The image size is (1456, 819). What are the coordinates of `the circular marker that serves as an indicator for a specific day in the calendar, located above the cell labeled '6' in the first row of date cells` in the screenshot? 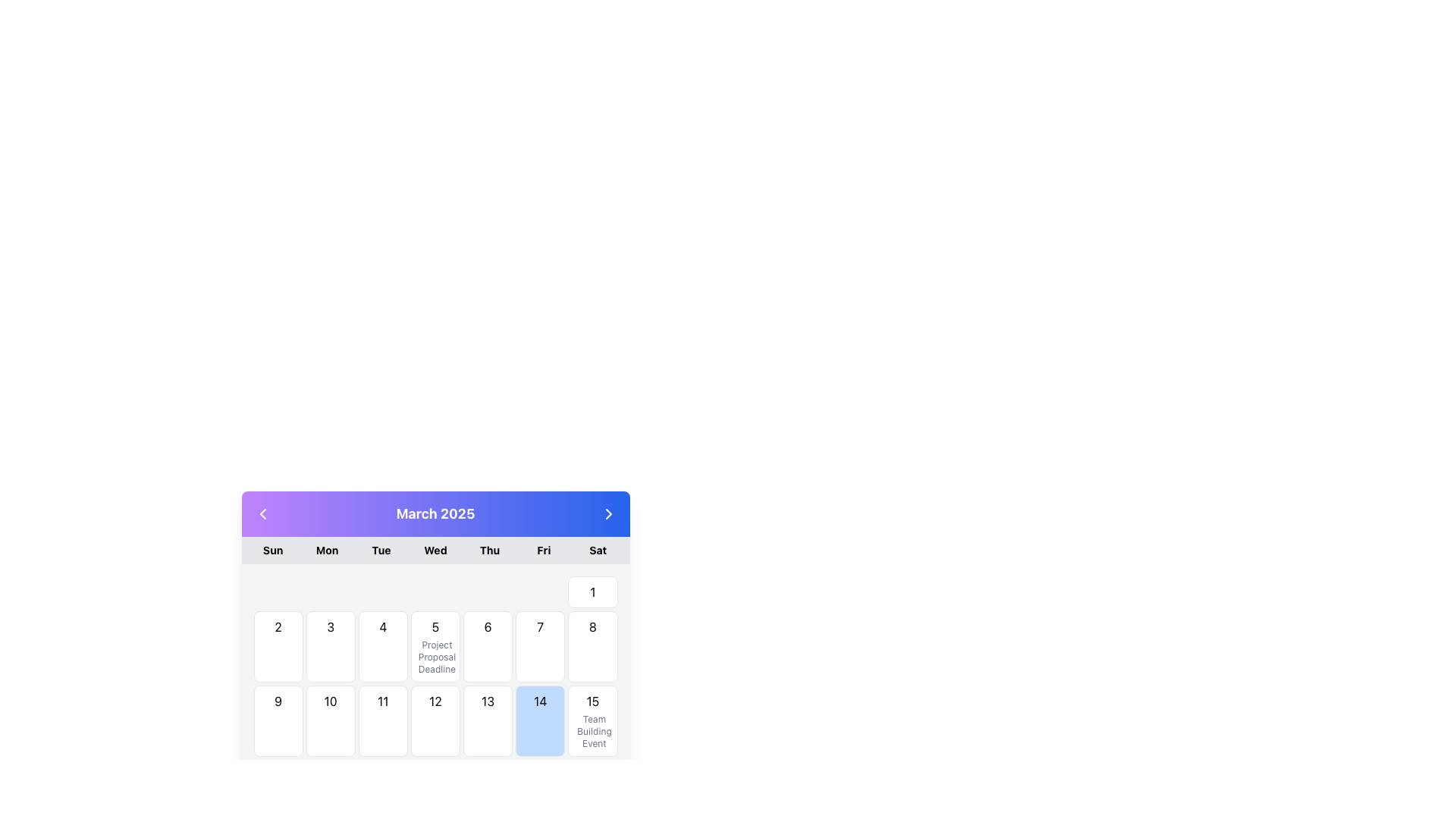 It's located at (488, 591).